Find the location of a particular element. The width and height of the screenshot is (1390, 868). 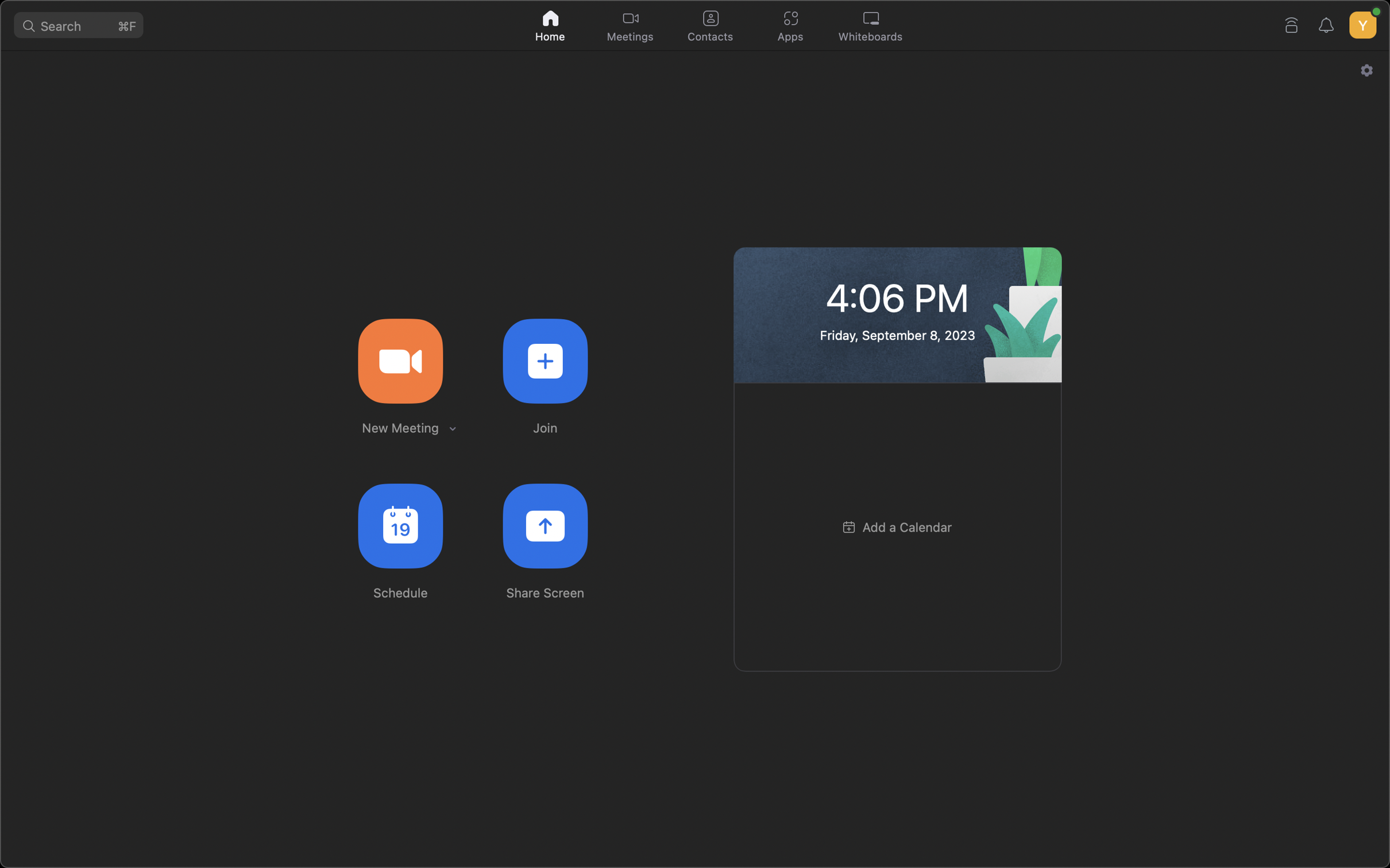

On the top panel, find and click on the contacts symbol is located at coordinates (709, 24).